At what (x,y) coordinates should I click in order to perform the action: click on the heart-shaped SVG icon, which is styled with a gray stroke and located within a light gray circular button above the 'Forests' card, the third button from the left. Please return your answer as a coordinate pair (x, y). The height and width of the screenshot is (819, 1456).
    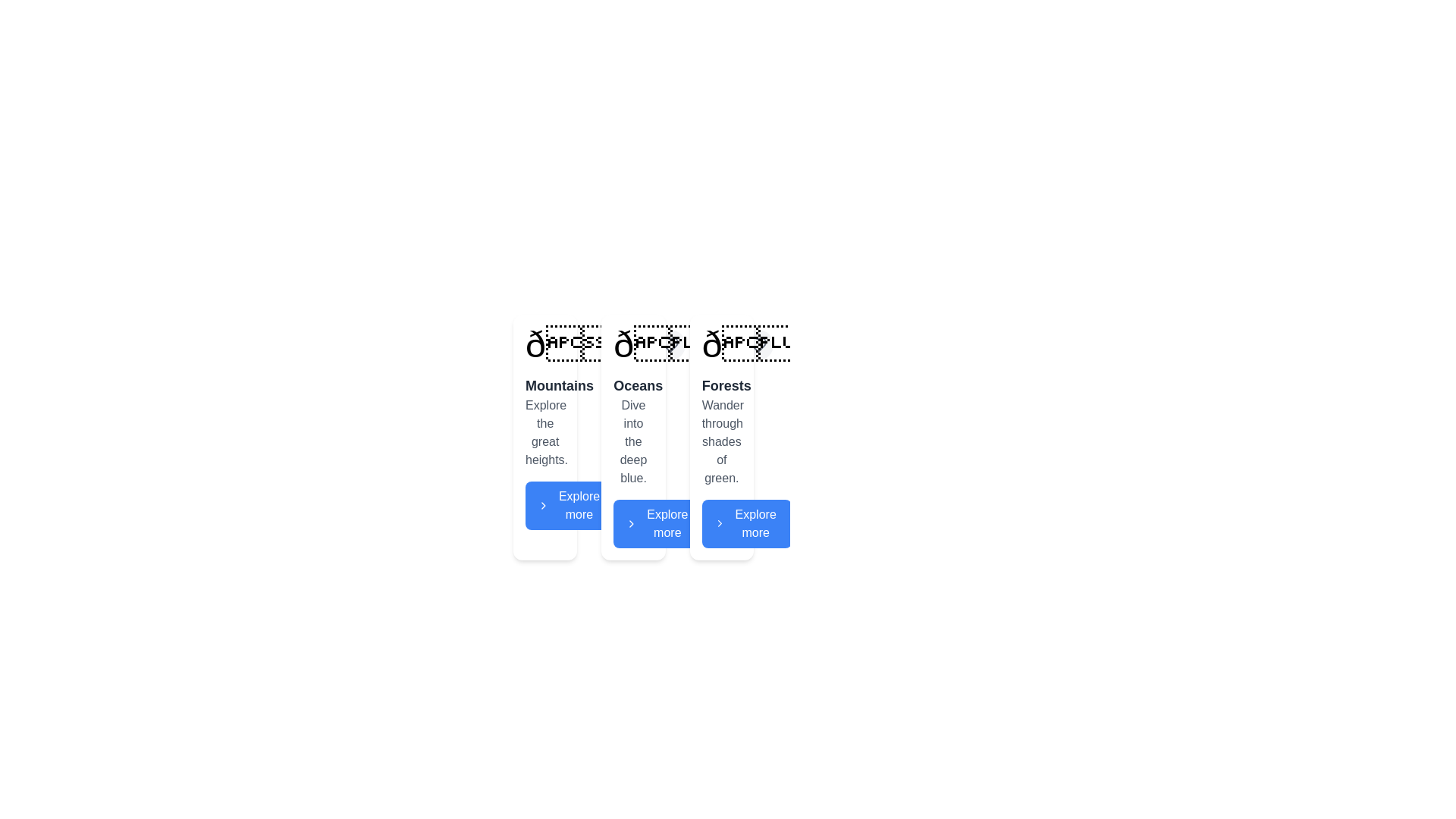
    Looking at the image, I should click on (758, 345).